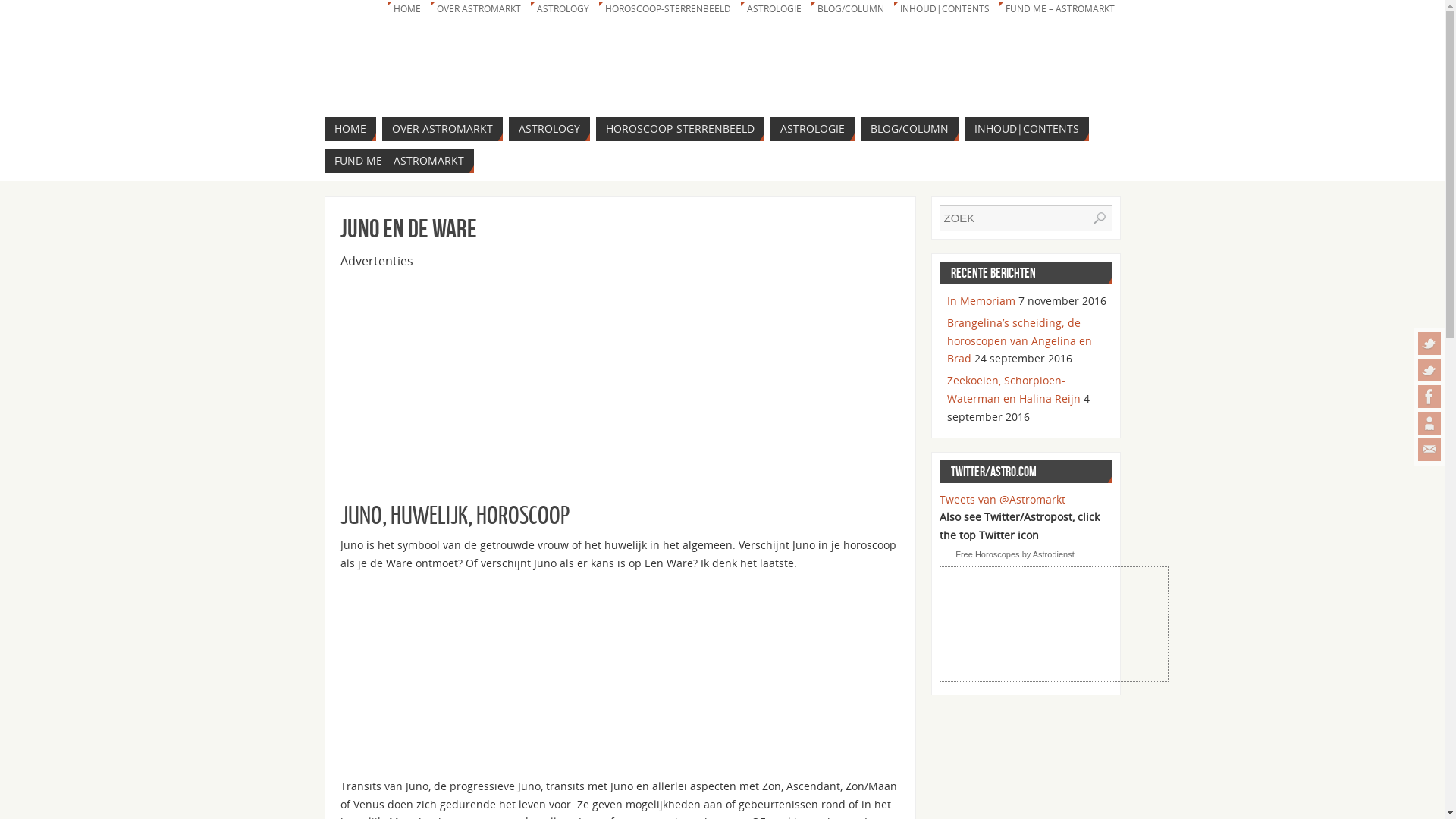 This screenshot has height=819, width=1456. Describe the element at coordinates (1429, 423) in the screenshot. I see `'AboutMe'` at that location.